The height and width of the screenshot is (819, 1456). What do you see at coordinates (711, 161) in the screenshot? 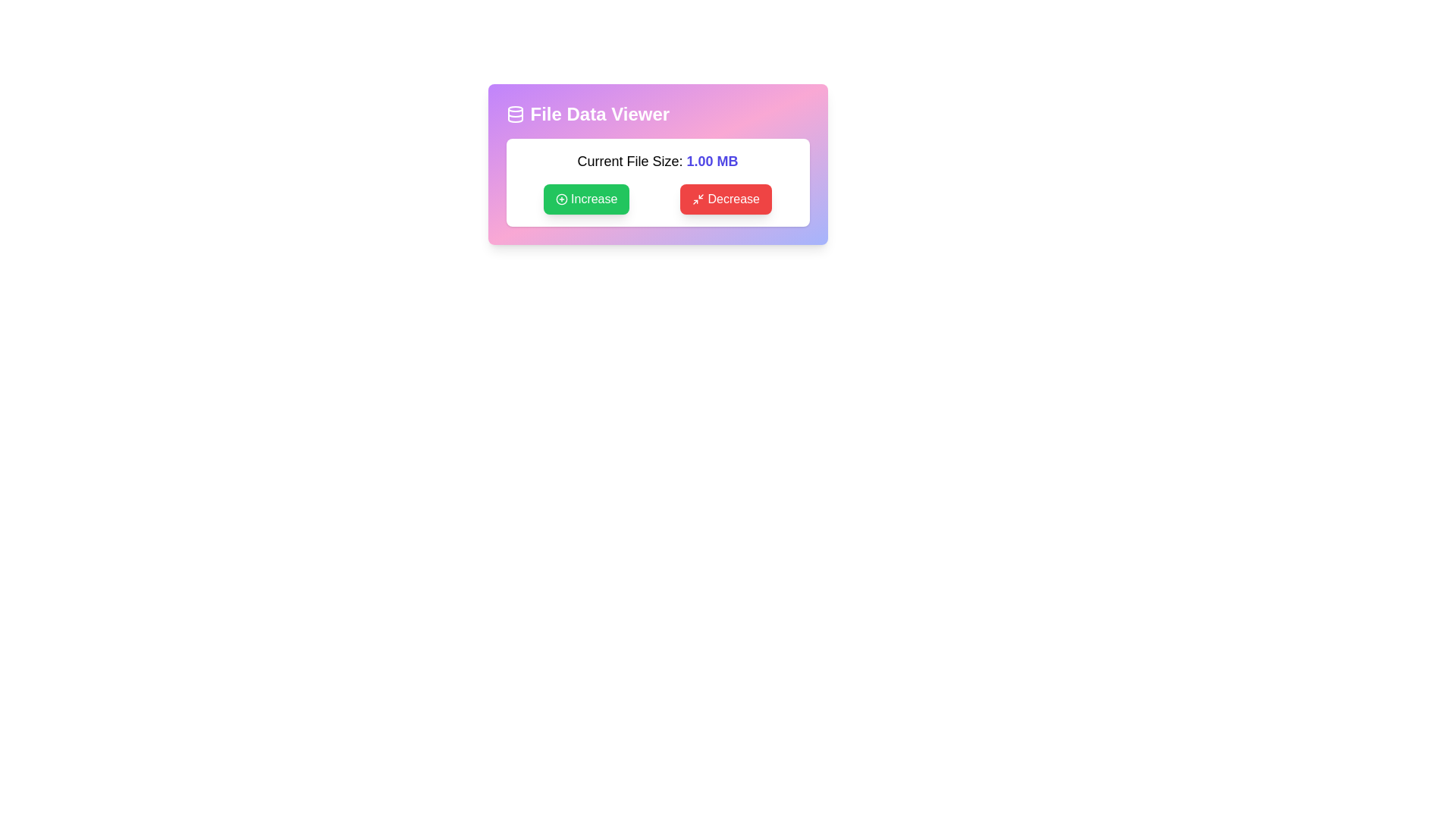
I see `the static text display element that shows the current file size of '1.00 MB', located to the right of the label 'Current File Size:'` at bounding box center [711, 161].